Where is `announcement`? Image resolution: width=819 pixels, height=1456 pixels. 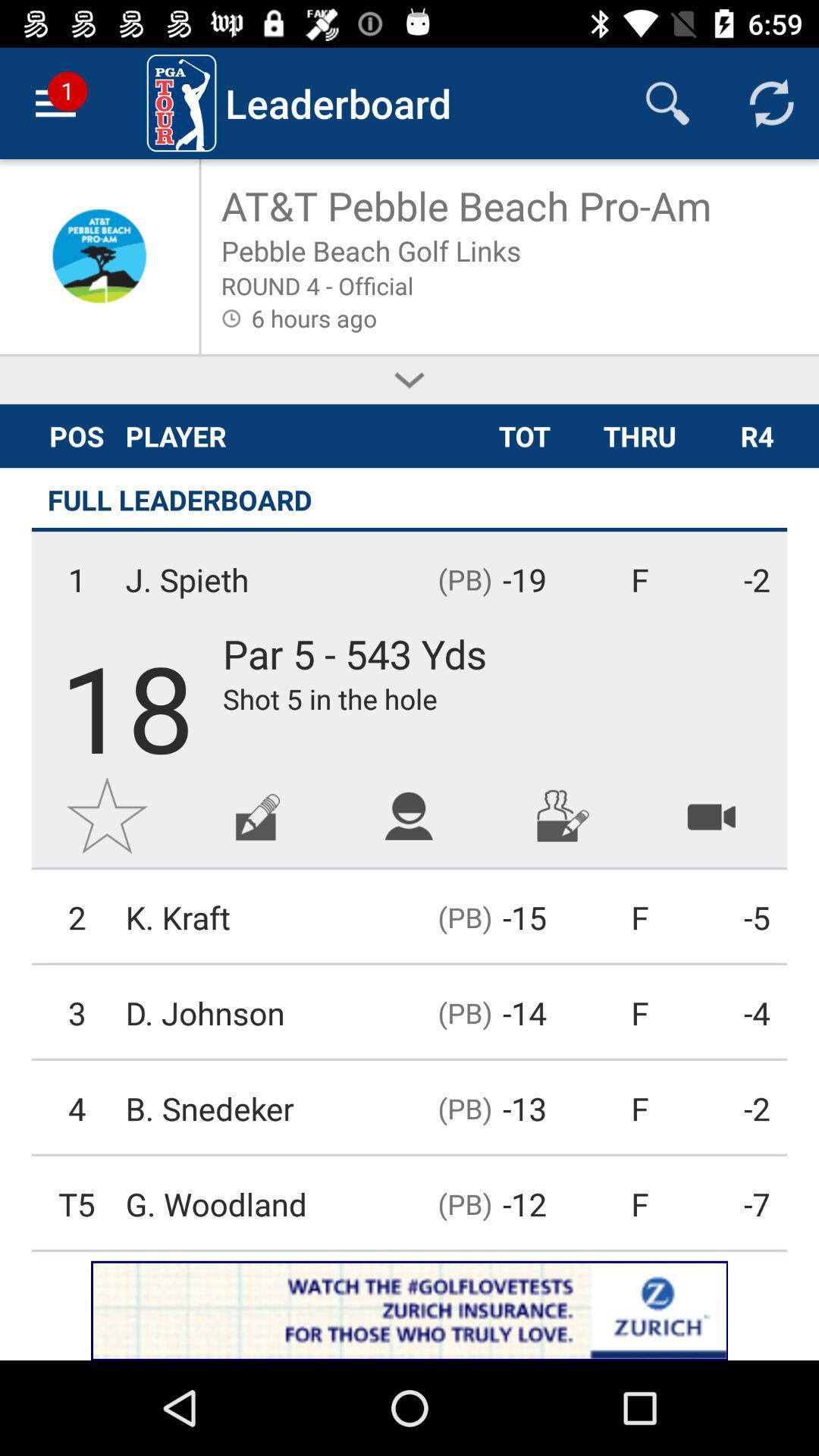
announcement is located at coordinates (409, 1310).